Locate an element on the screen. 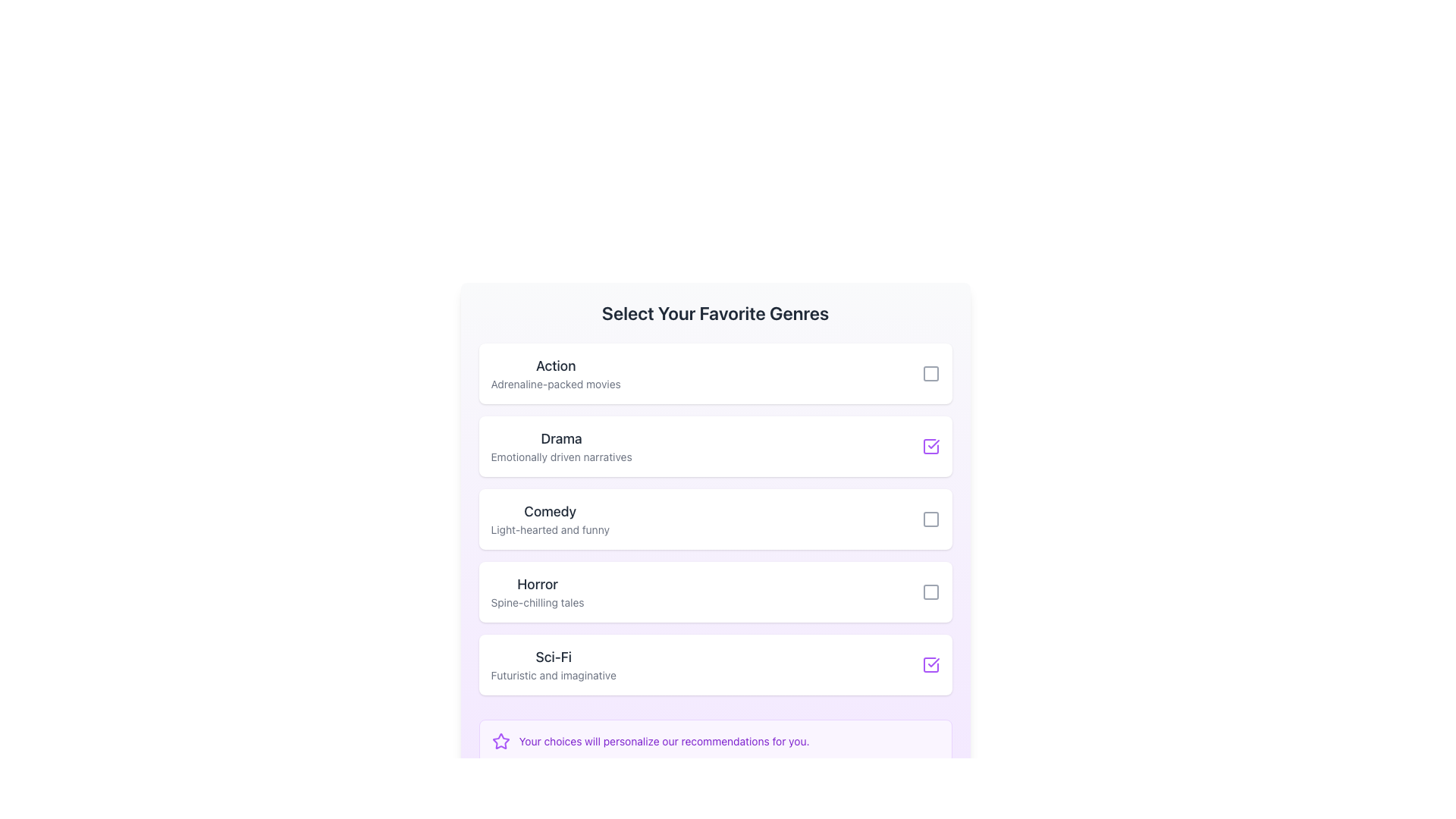  the checkbox for the 'Horror' category is located at coordinates (714, 591).